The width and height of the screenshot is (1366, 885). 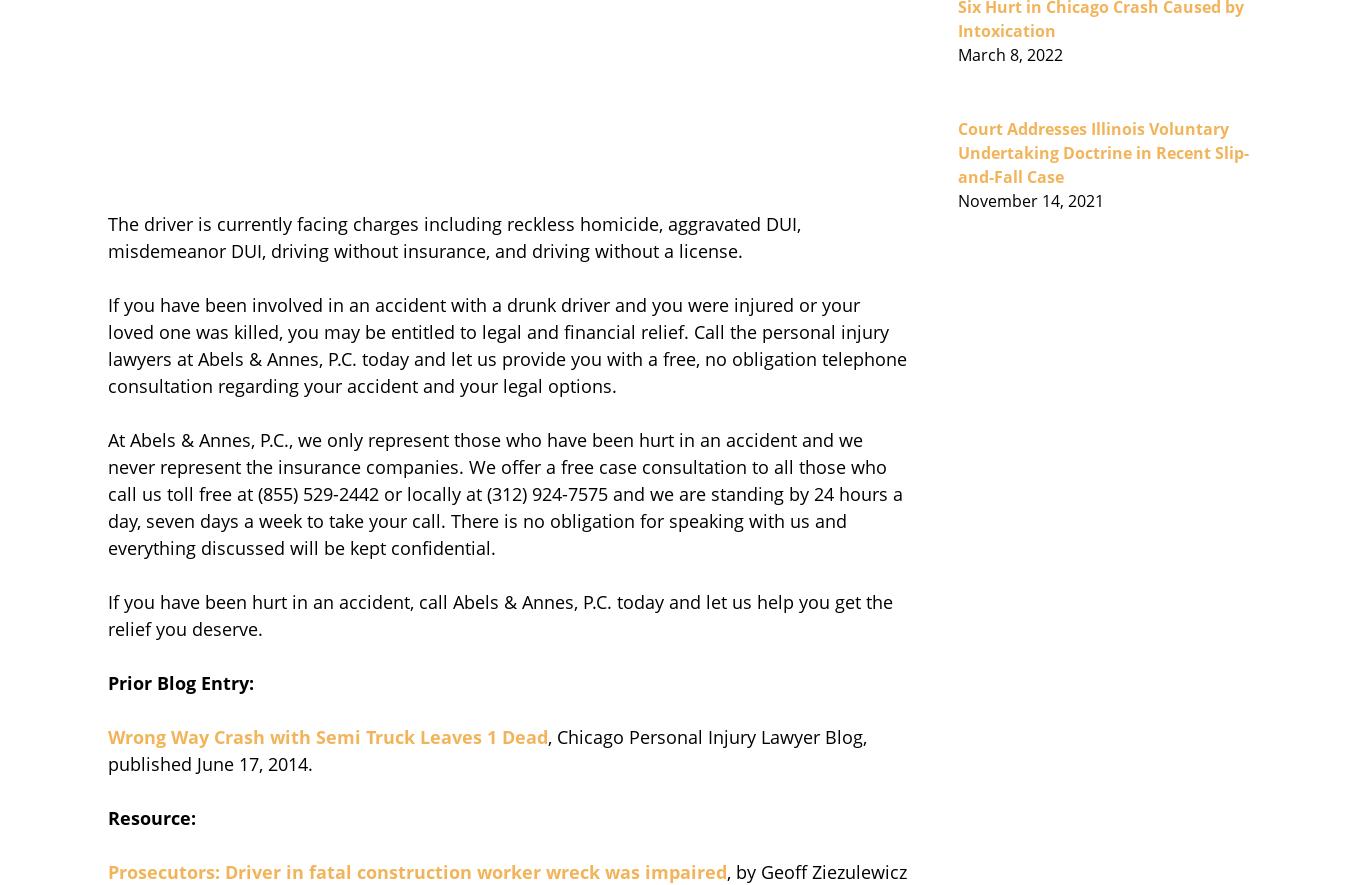 What do you see at coordinates (500, 614) in the screenshot?
I see `'If you have been hurt in an accident, call Abels & Annes, P.C. today and let us help you get the relief you deserve.'` at bounding box center [500, 614].